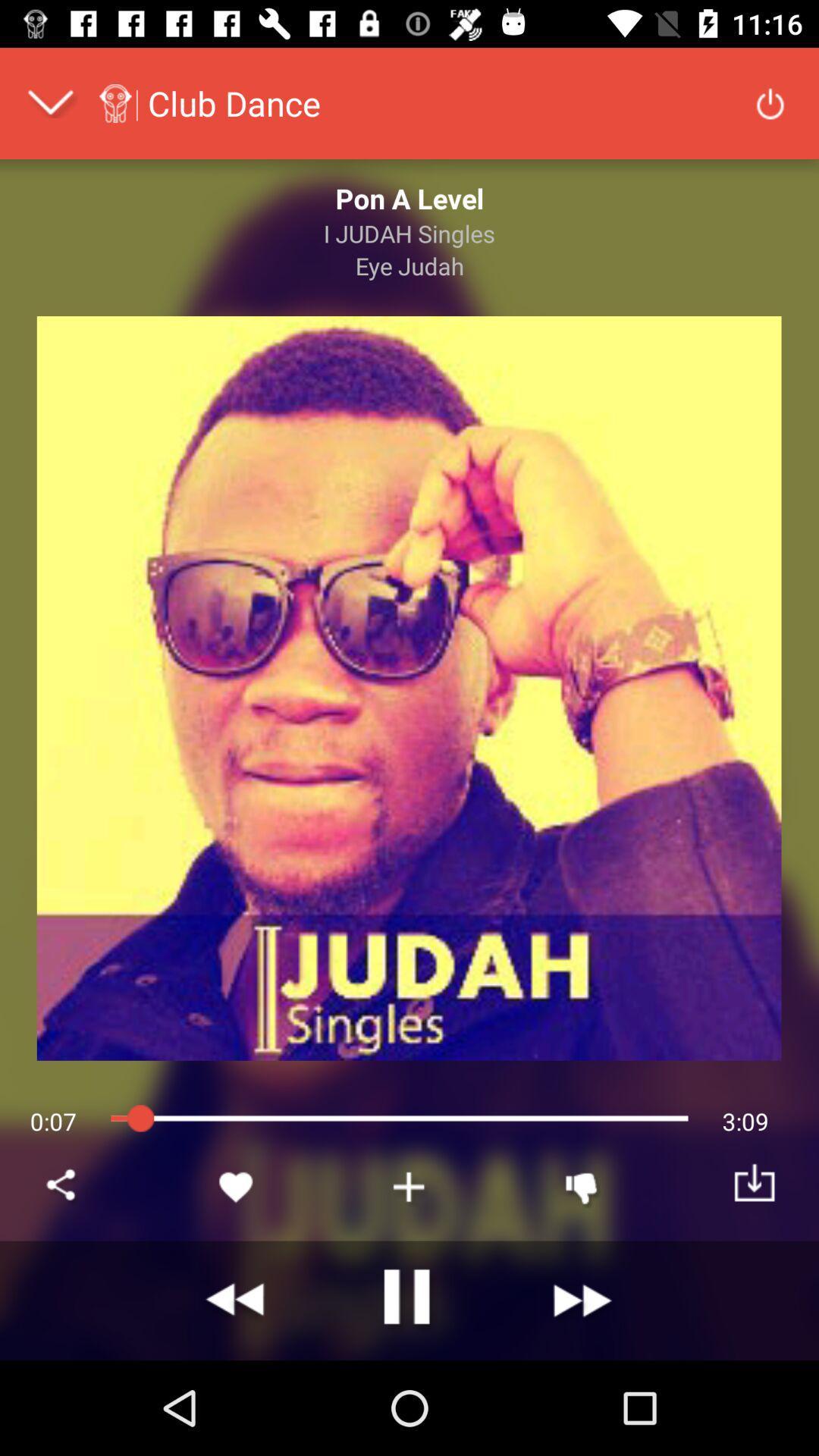  Describe the element at coordinates (234, 102) in the screenshot. I see `club dance item` at that location.